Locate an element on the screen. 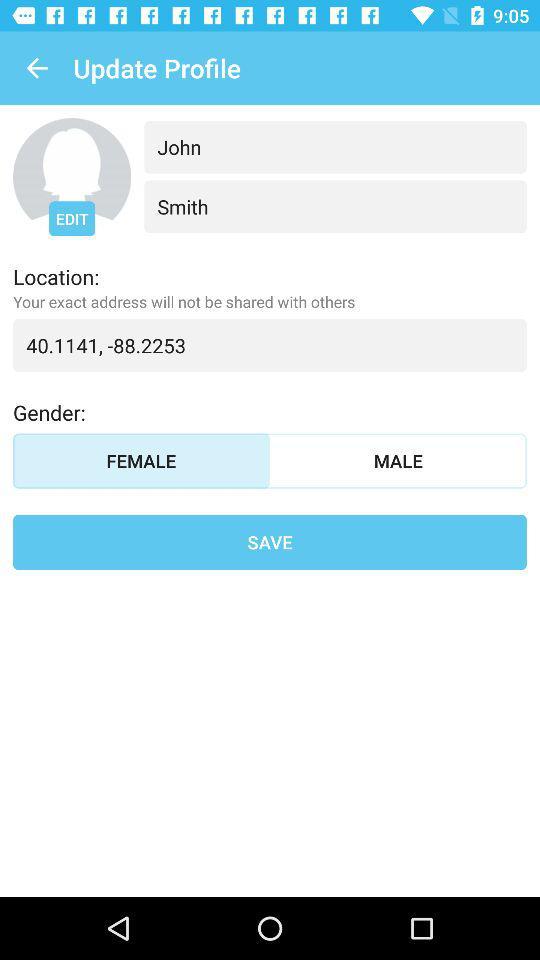  the female item is located at coordinates (140, 461).